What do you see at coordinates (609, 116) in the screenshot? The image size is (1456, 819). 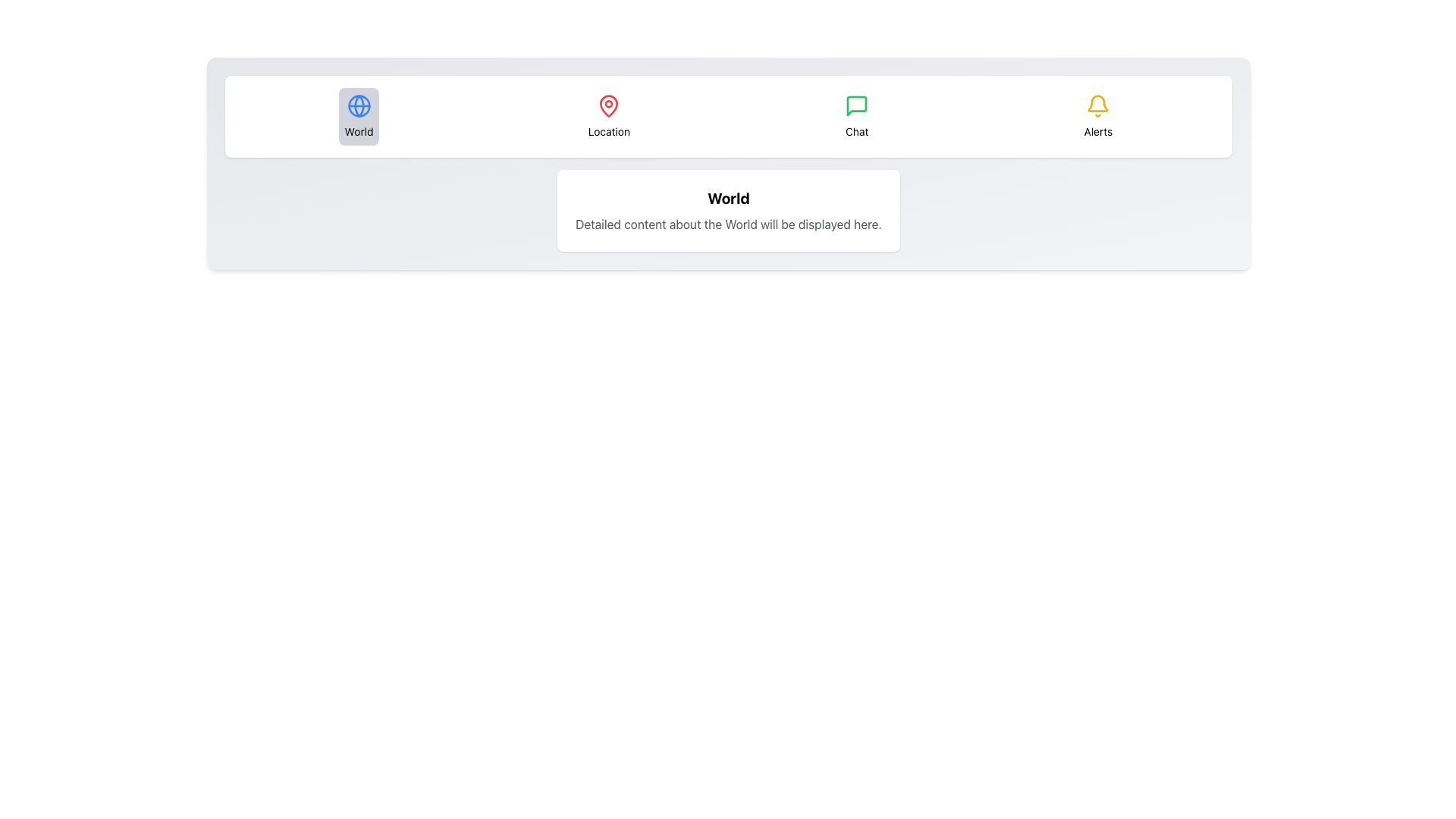 I see `the button with a red map pin icon above the text 'Location'` at bounding box center [609, 116].